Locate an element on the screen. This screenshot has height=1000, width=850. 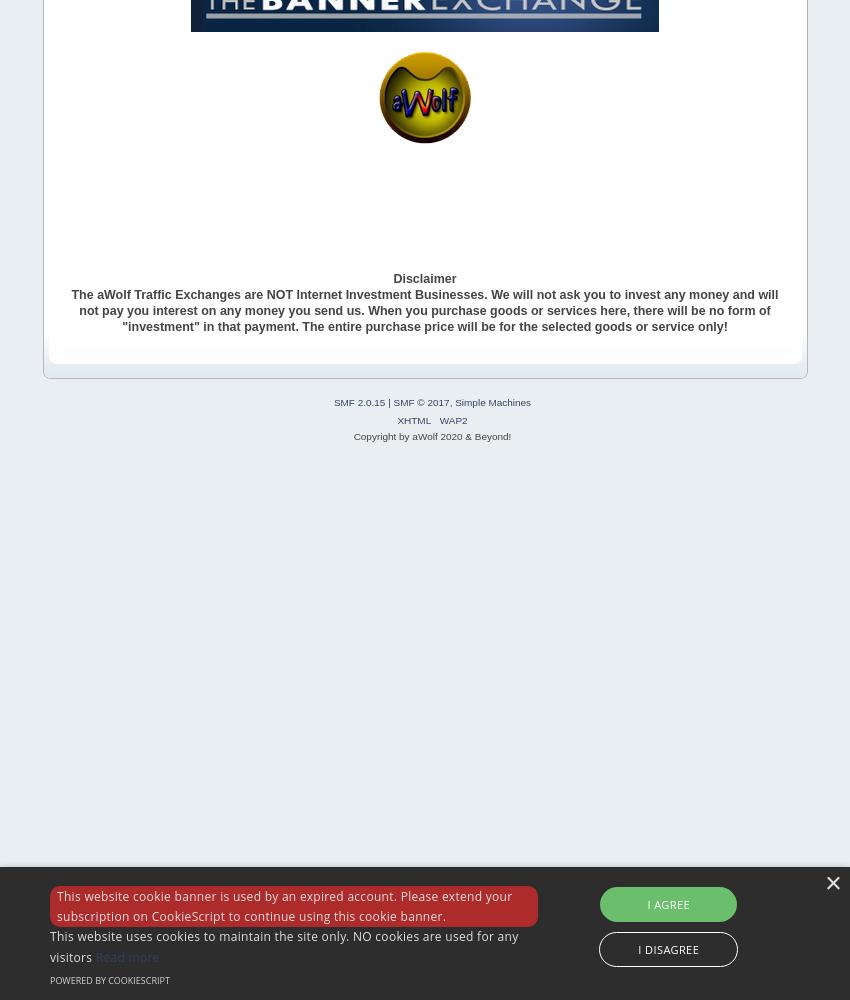
',' is located at coordinates (447, 402).